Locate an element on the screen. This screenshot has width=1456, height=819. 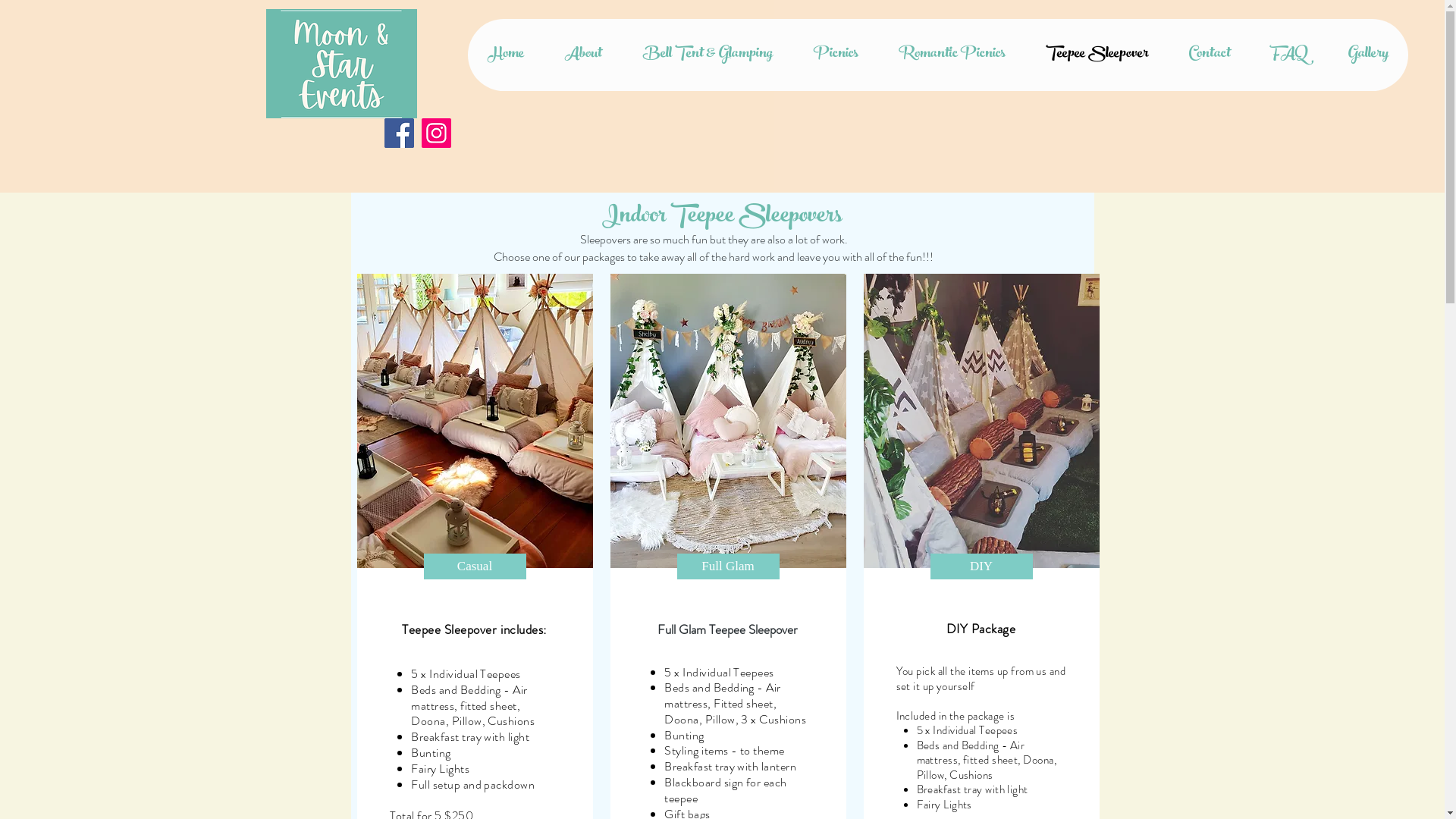
'About' is located at coordinates (543, 54).